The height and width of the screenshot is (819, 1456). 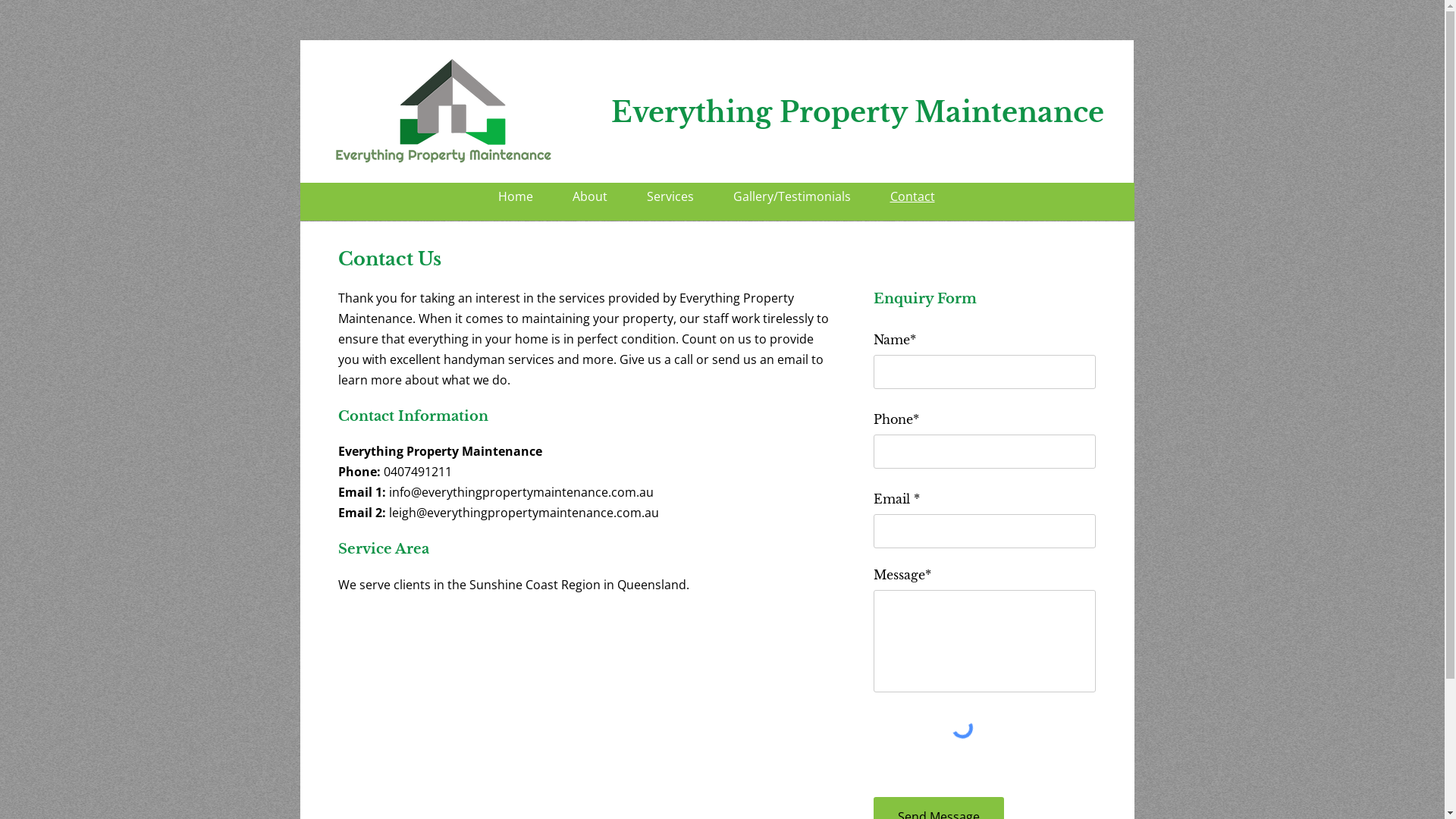 I want to click on 'leigh@everythingpropertymaintenance.com.au', so click(x=523, y=512).